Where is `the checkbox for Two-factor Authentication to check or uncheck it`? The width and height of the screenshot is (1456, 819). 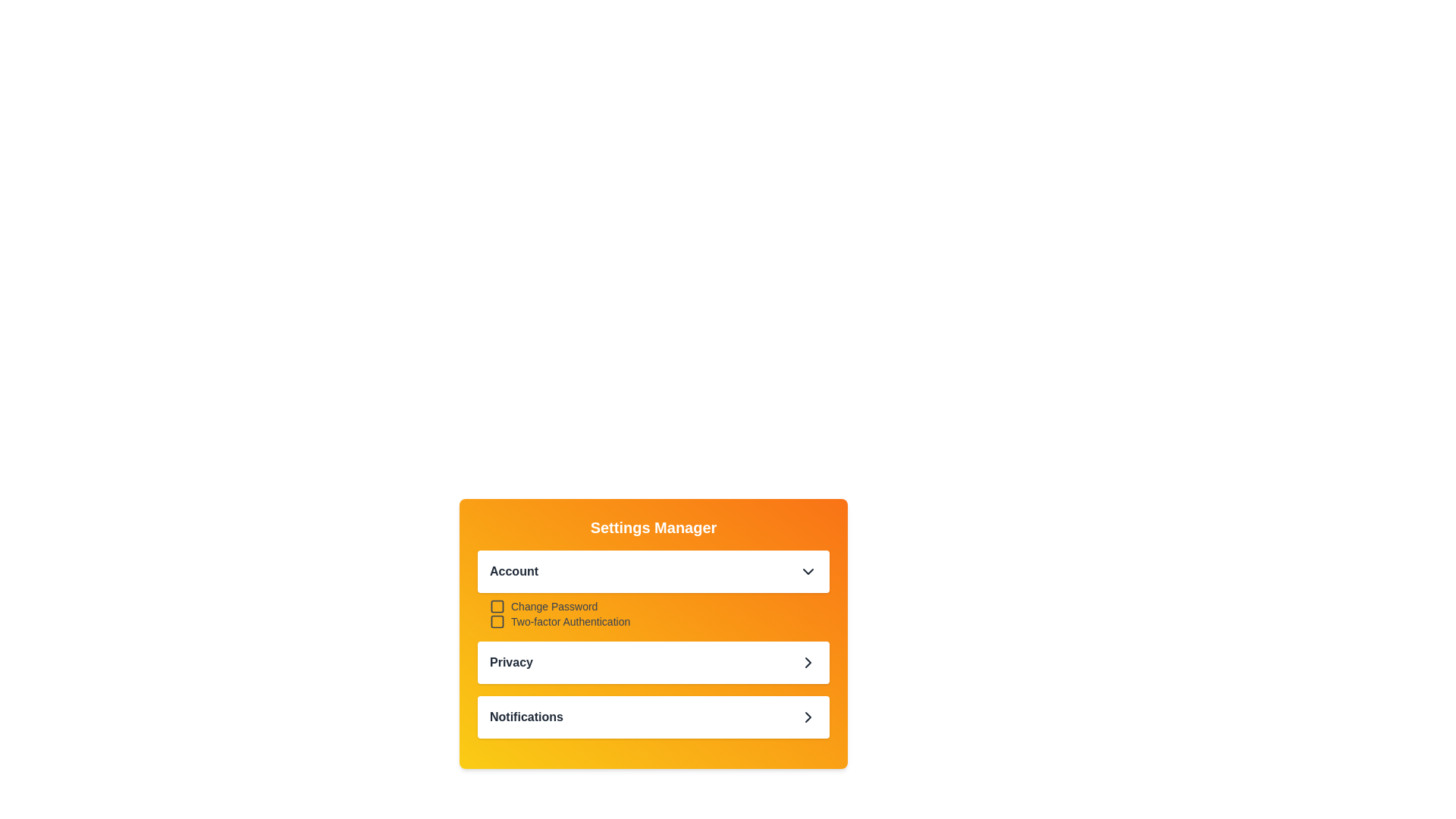
the checkbox for Two-factor Authentication to check or uncheck it is located at coordinates (497, 622).